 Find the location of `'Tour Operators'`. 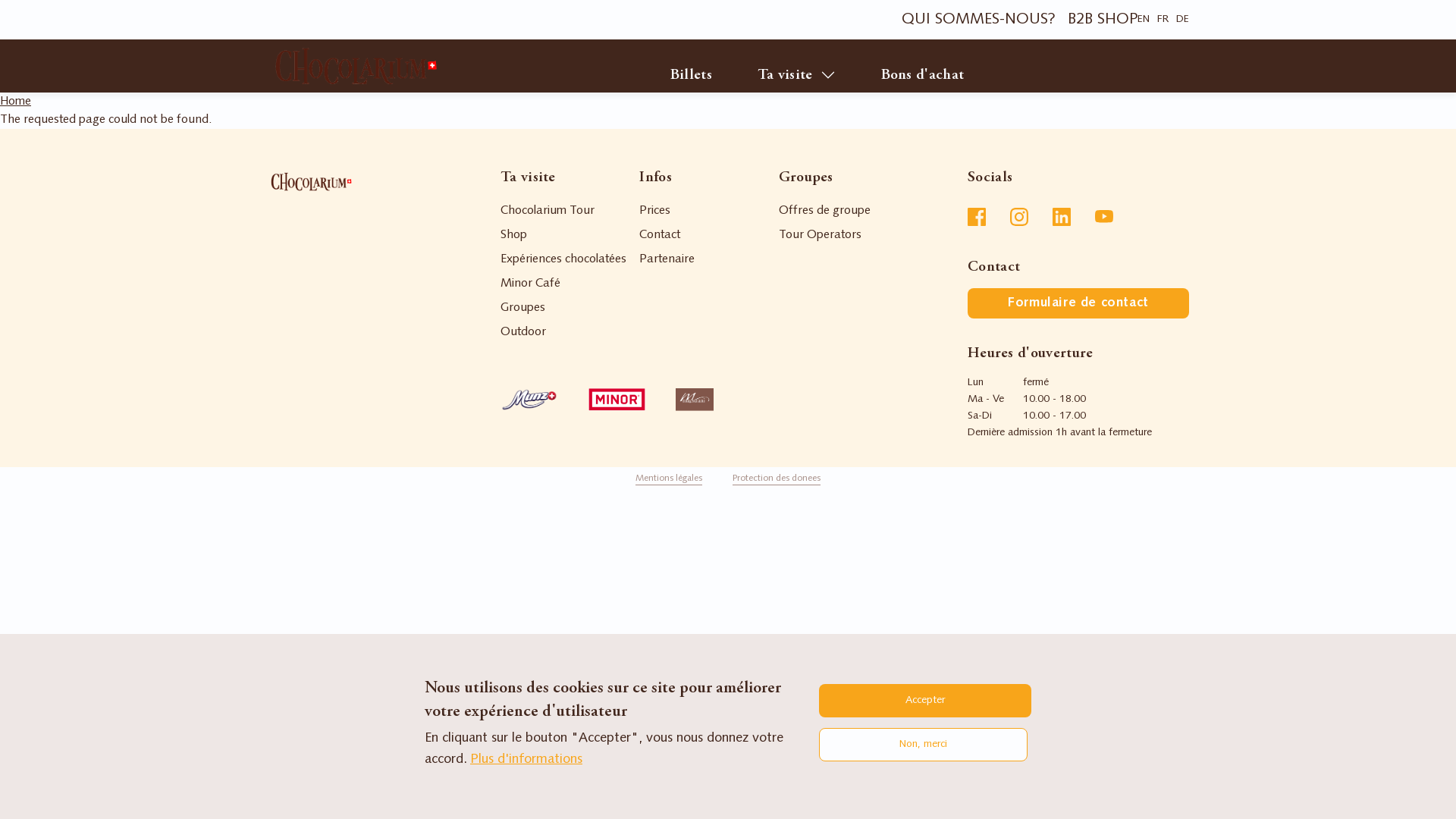

'Tour Operators' is located at coordinates (819, 234).